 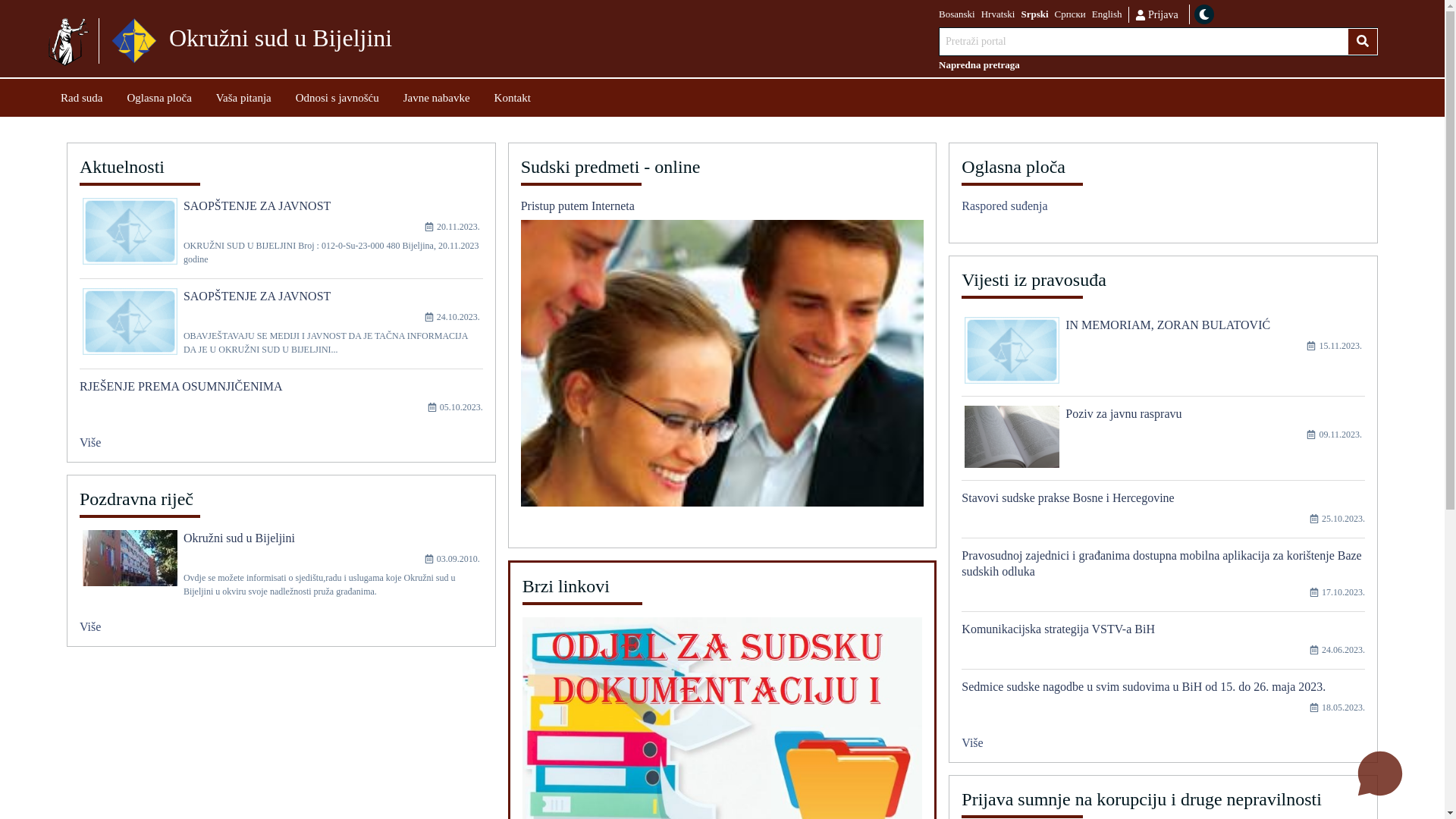 I want to click on 'Javne nabavke', so click(x=436, y=97).